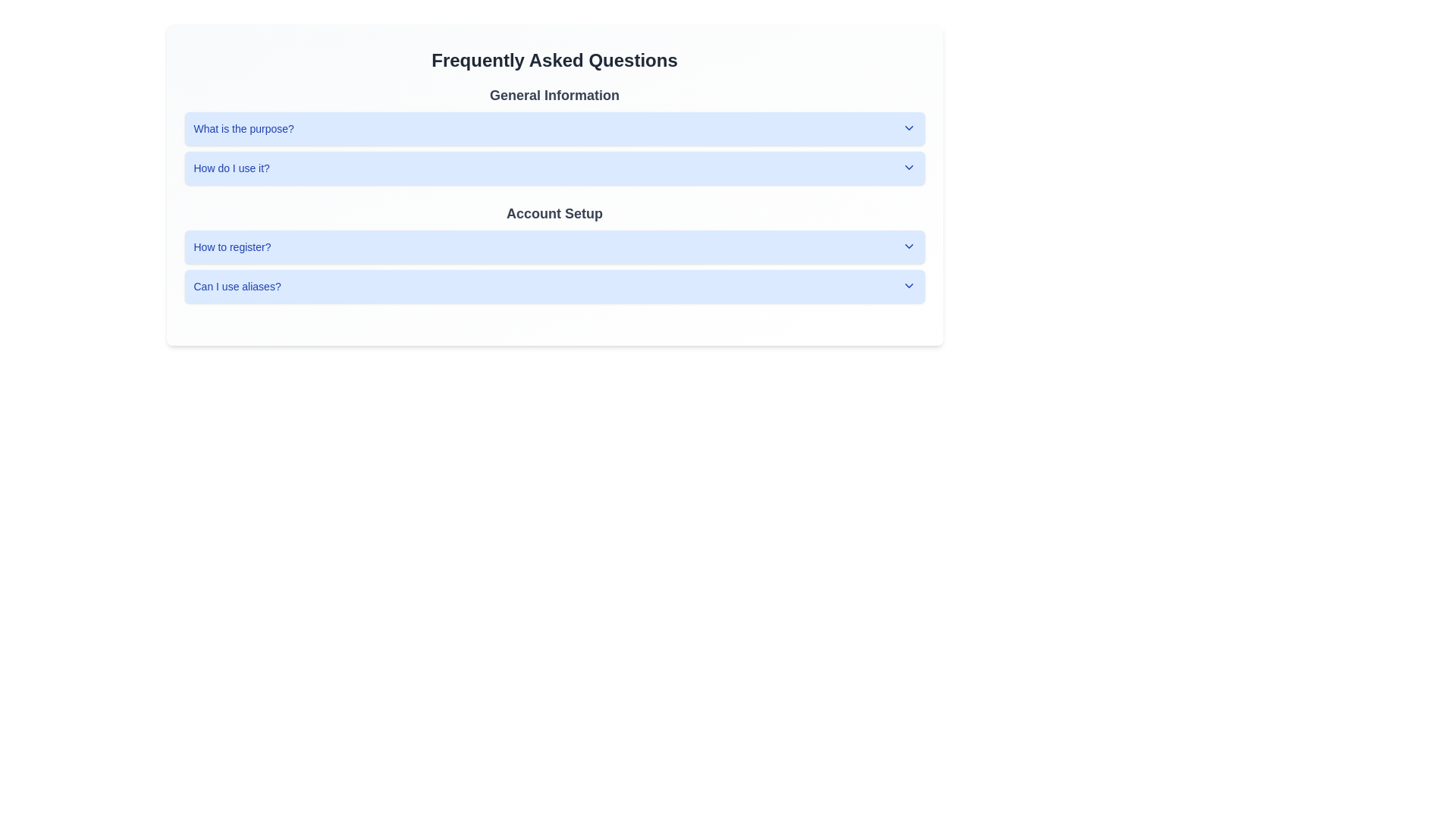 This screenshot has width=1456, height=819. Describe the element at coordinates (237, 287) in the screenshot. I see `the text label displaying 'Can I use aliases?' which is bolded in blue font against a light blue background, located under the 'Account Setup' category and positioned to the left of an arrow icon` at that location.